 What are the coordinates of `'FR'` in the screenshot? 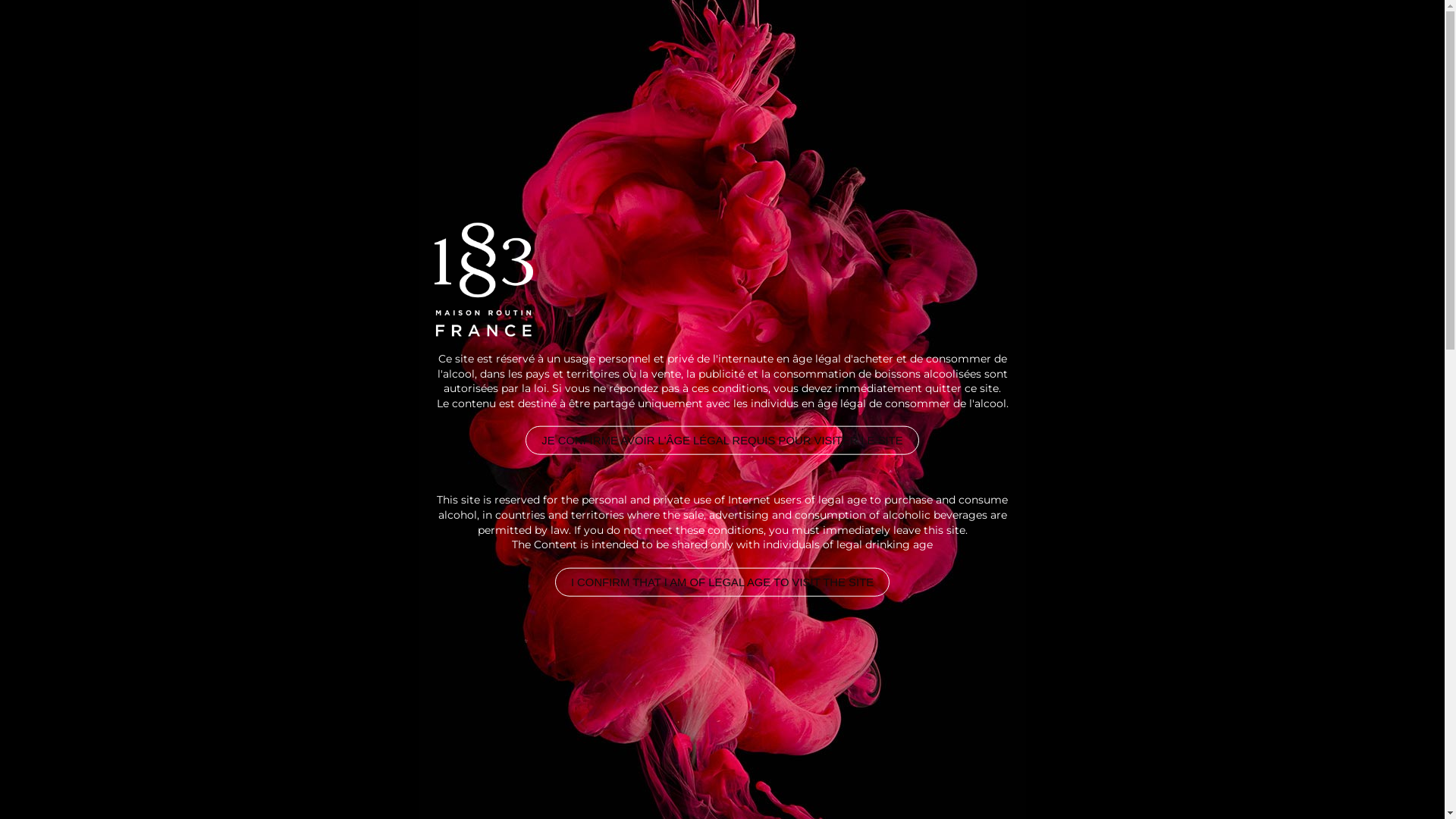 It's located at (1279, 61).